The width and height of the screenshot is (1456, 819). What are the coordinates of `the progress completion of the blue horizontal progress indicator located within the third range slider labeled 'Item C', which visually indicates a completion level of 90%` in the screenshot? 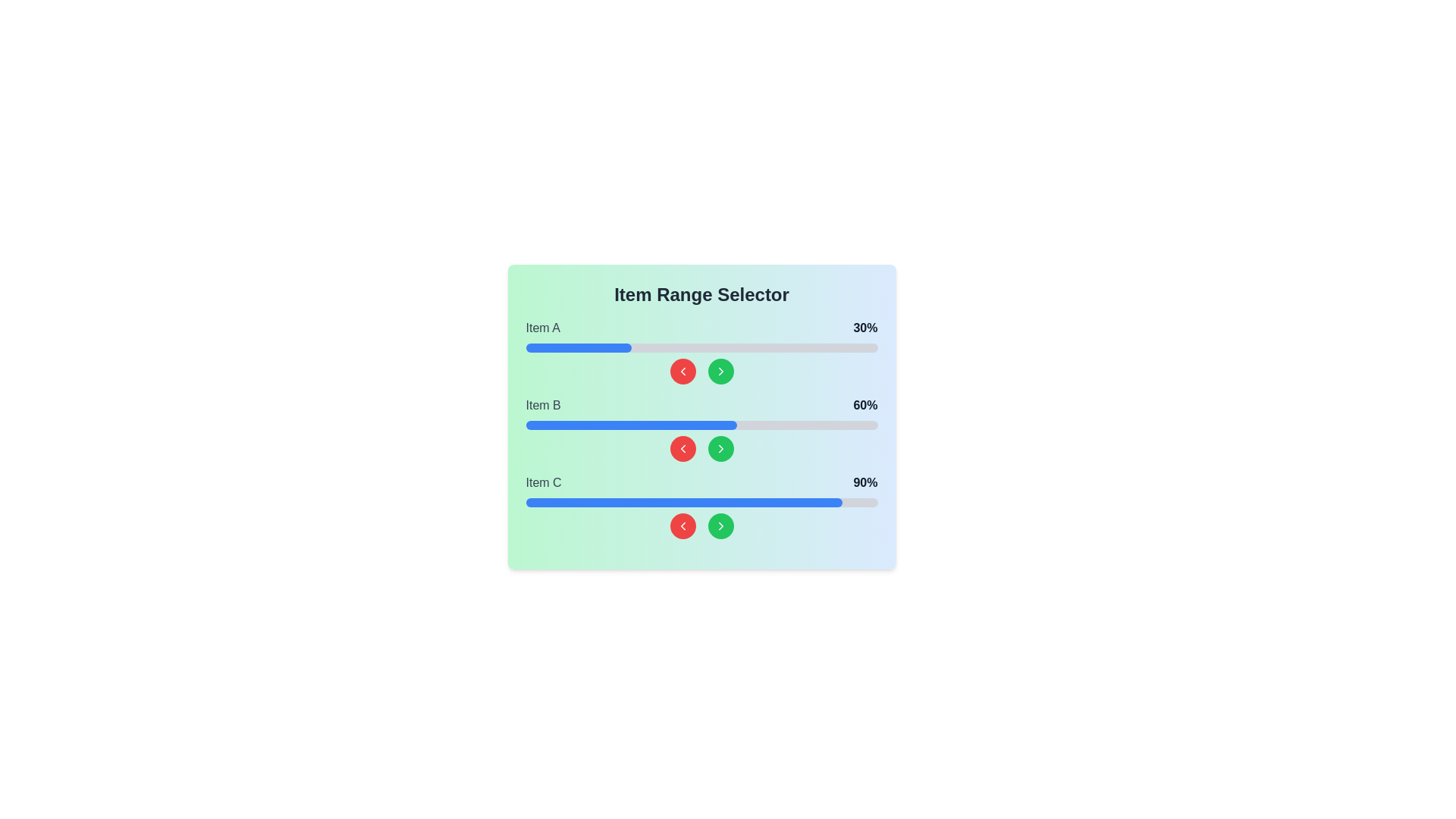 It's located at (683, 503).